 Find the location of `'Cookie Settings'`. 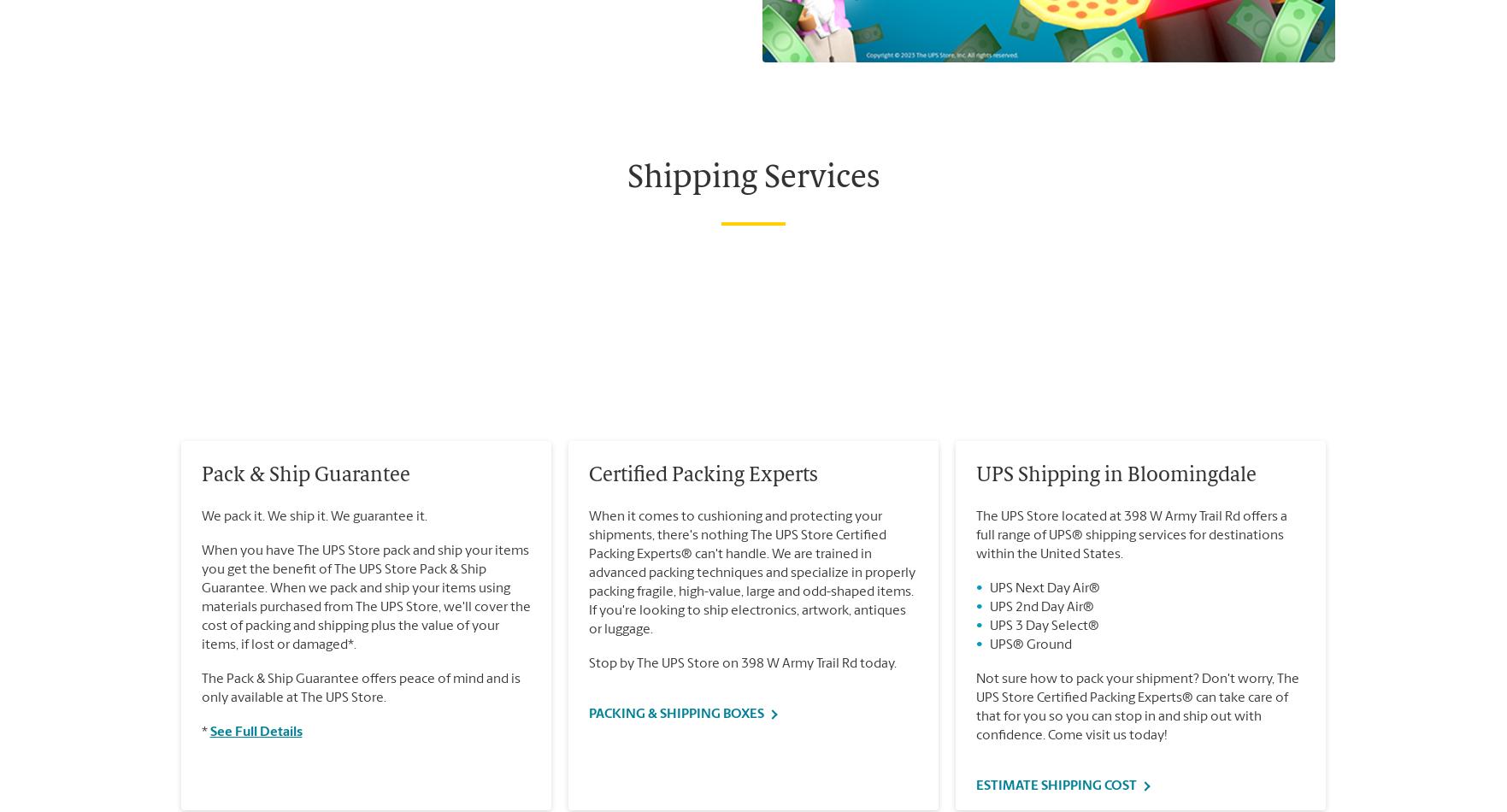

'Cookie Settings' is located at coordinates (206, 172).